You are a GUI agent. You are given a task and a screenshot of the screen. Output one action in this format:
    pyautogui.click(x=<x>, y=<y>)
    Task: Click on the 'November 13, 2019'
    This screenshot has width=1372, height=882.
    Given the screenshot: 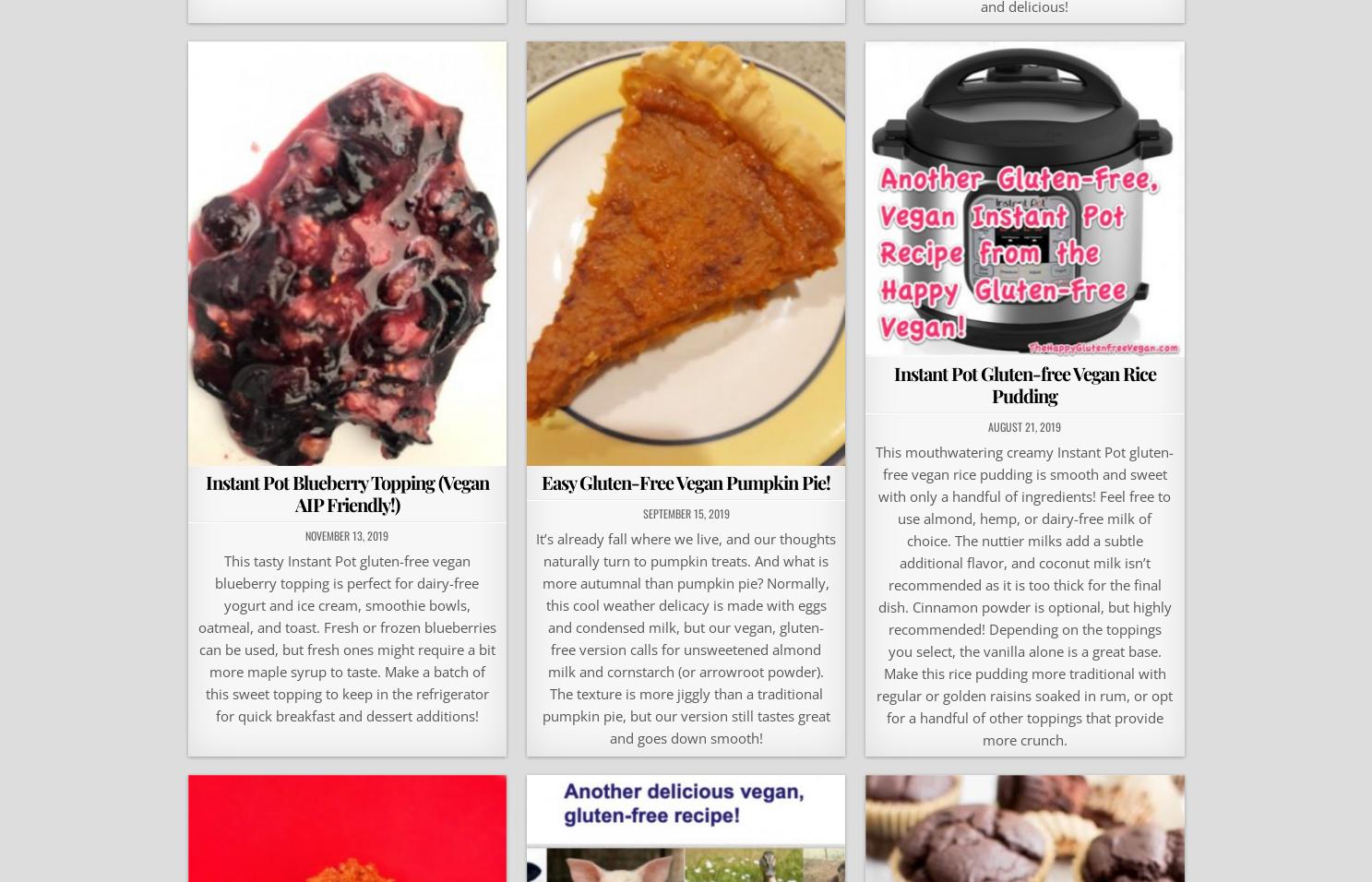 What is the action you would take?
    pyautogui.click(x=347, y=534)
    